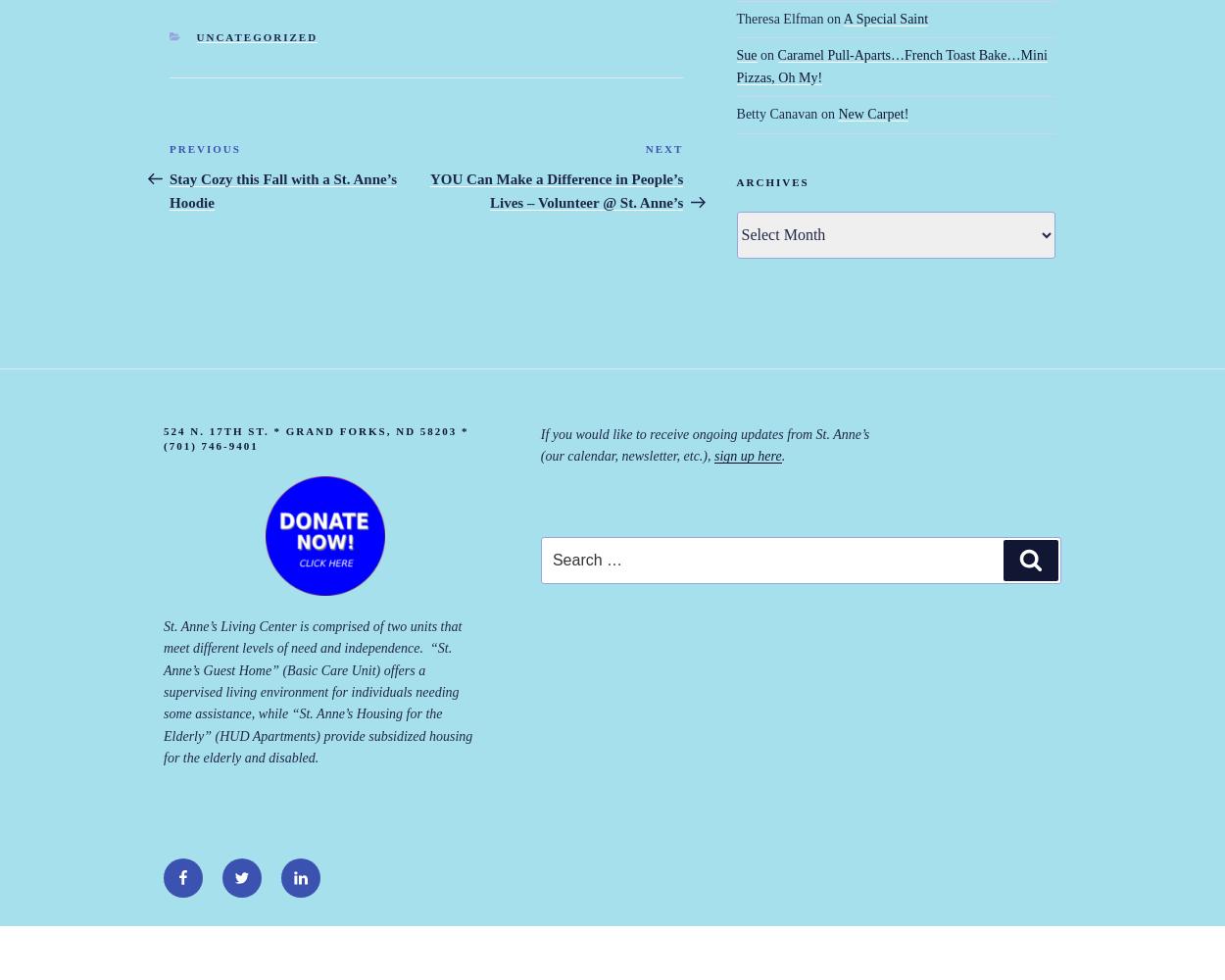 The image size is (1225, 980). I want to click on 'A Special Saint', so click(885, 18).